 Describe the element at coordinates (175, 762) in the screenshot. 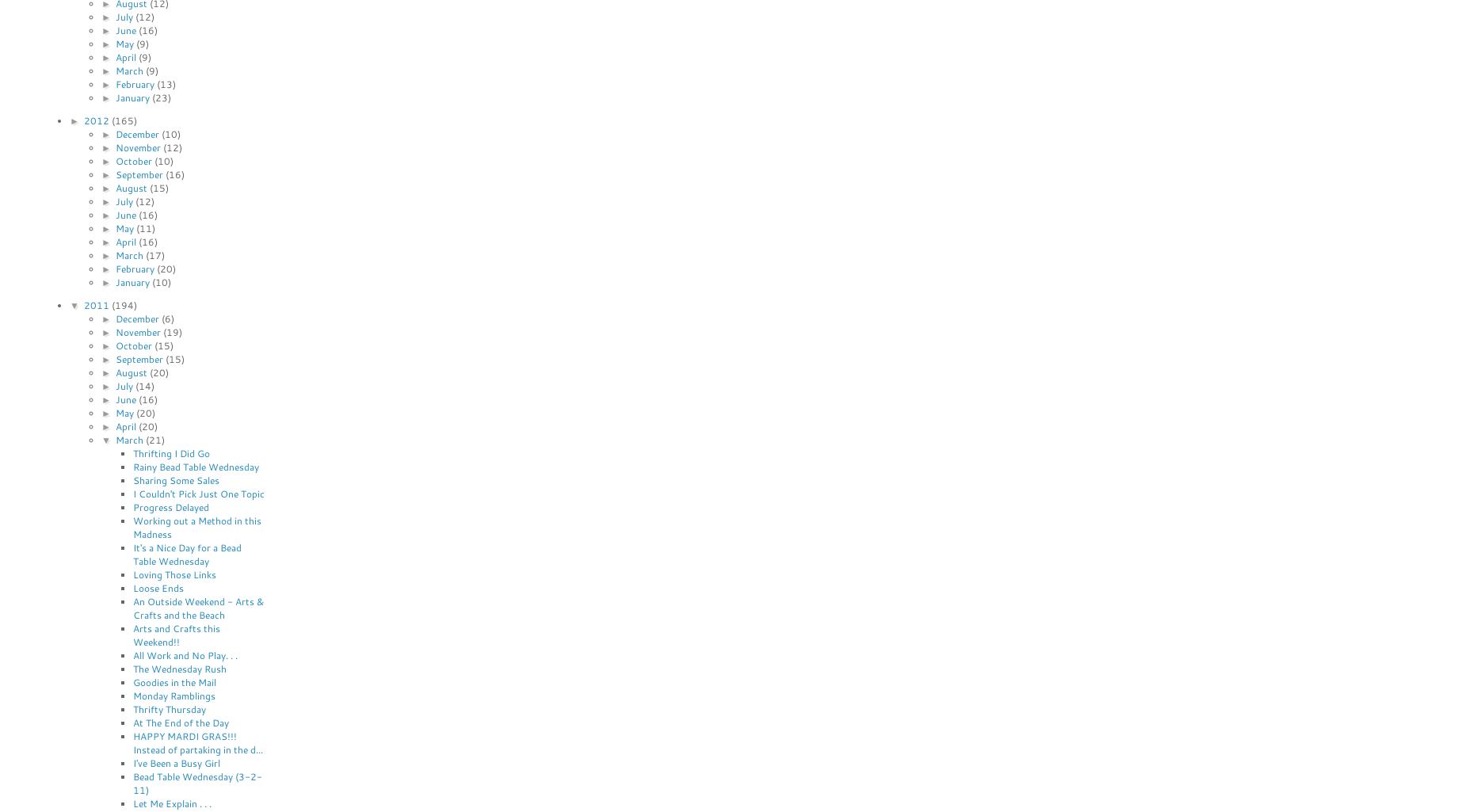

I see `'I've Been a Busy Girl'` at that location.